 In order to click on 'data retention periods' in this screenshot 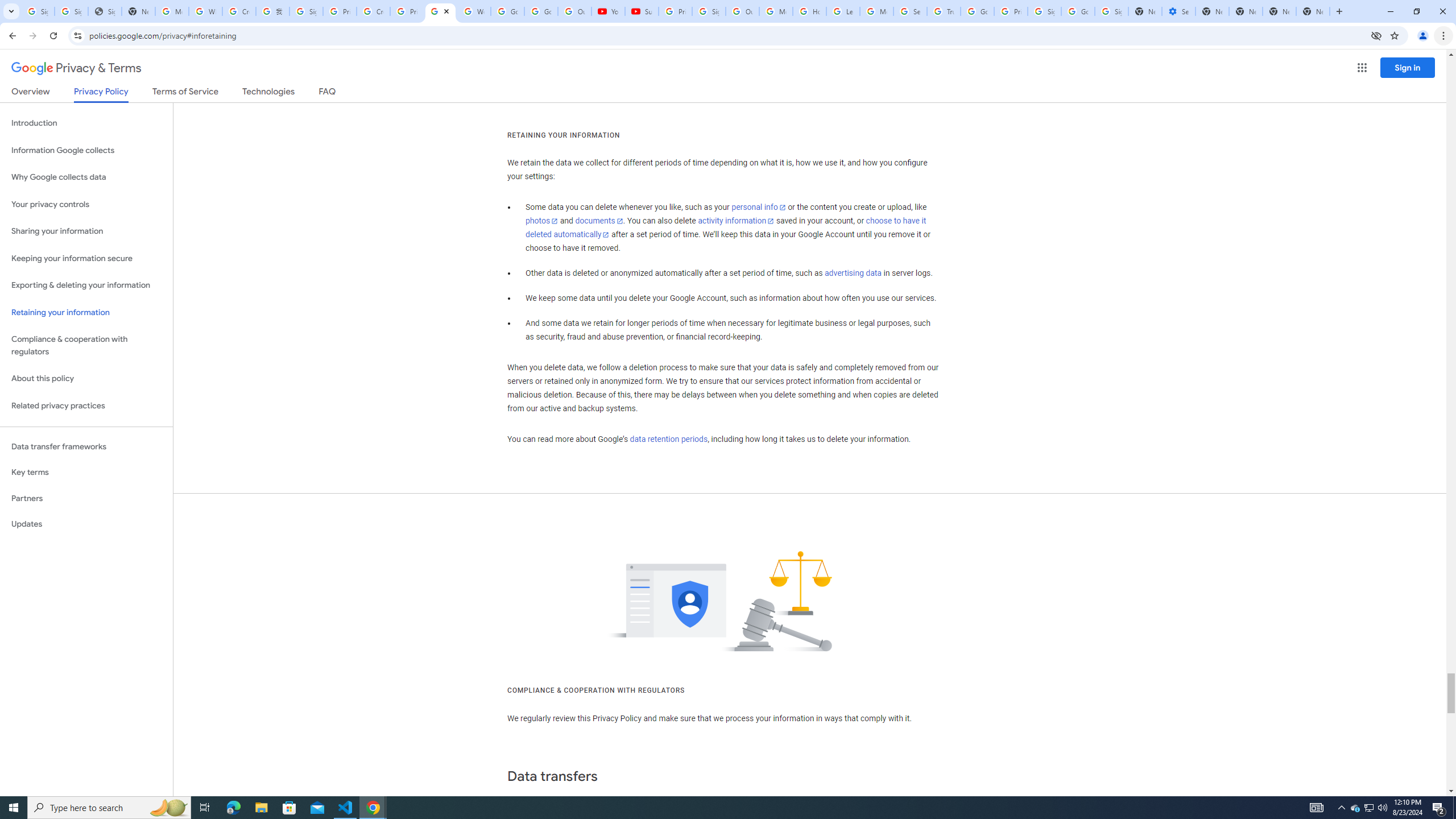, I will do `click(668, 440)`.